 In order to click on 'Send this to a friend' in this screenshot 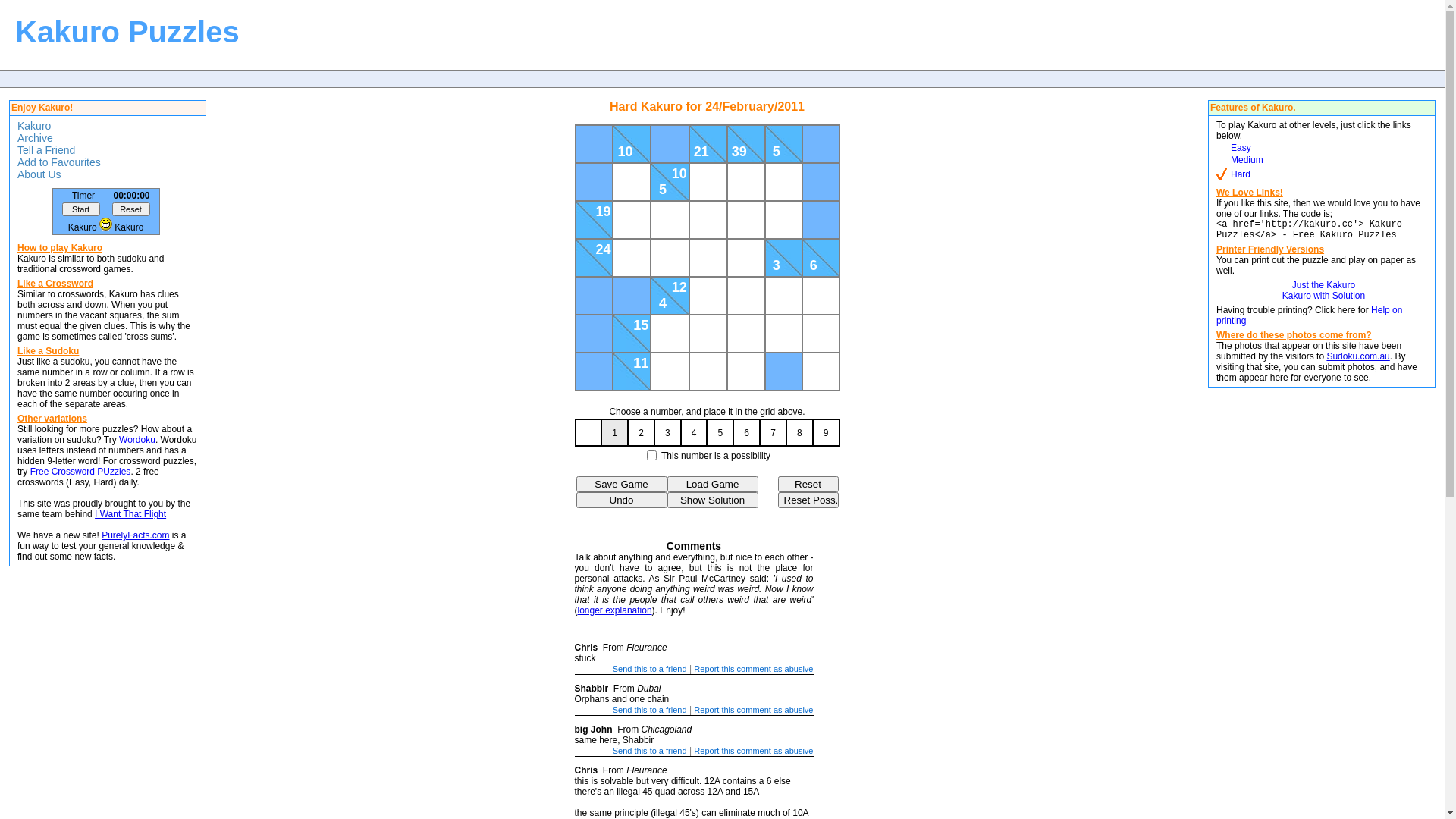, I will do `click(612, 710)`.